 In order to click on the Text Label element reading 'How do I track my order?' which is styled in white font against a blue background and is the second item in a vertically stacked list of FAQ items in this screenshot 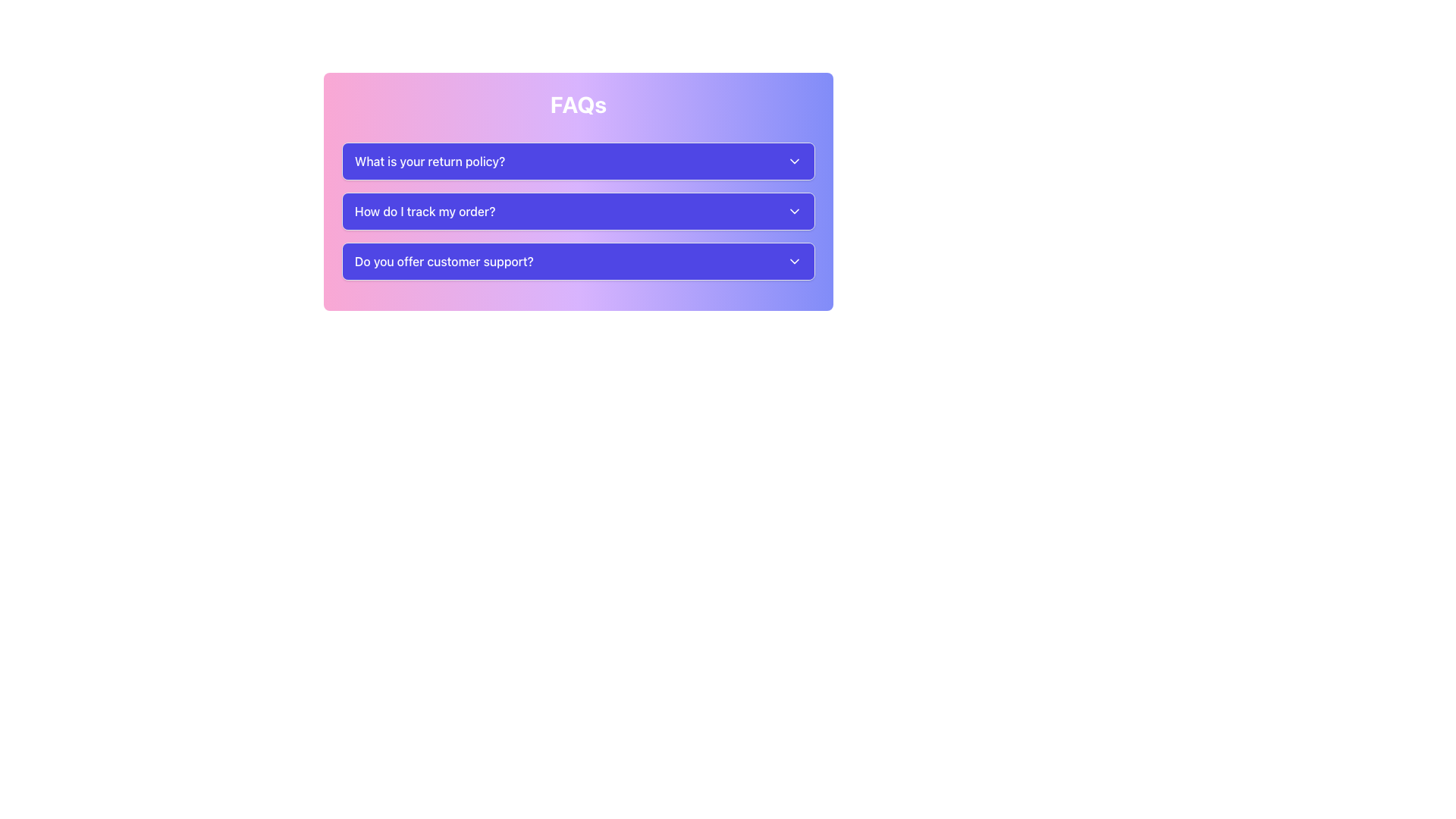, I will do `click(425, 211)`.